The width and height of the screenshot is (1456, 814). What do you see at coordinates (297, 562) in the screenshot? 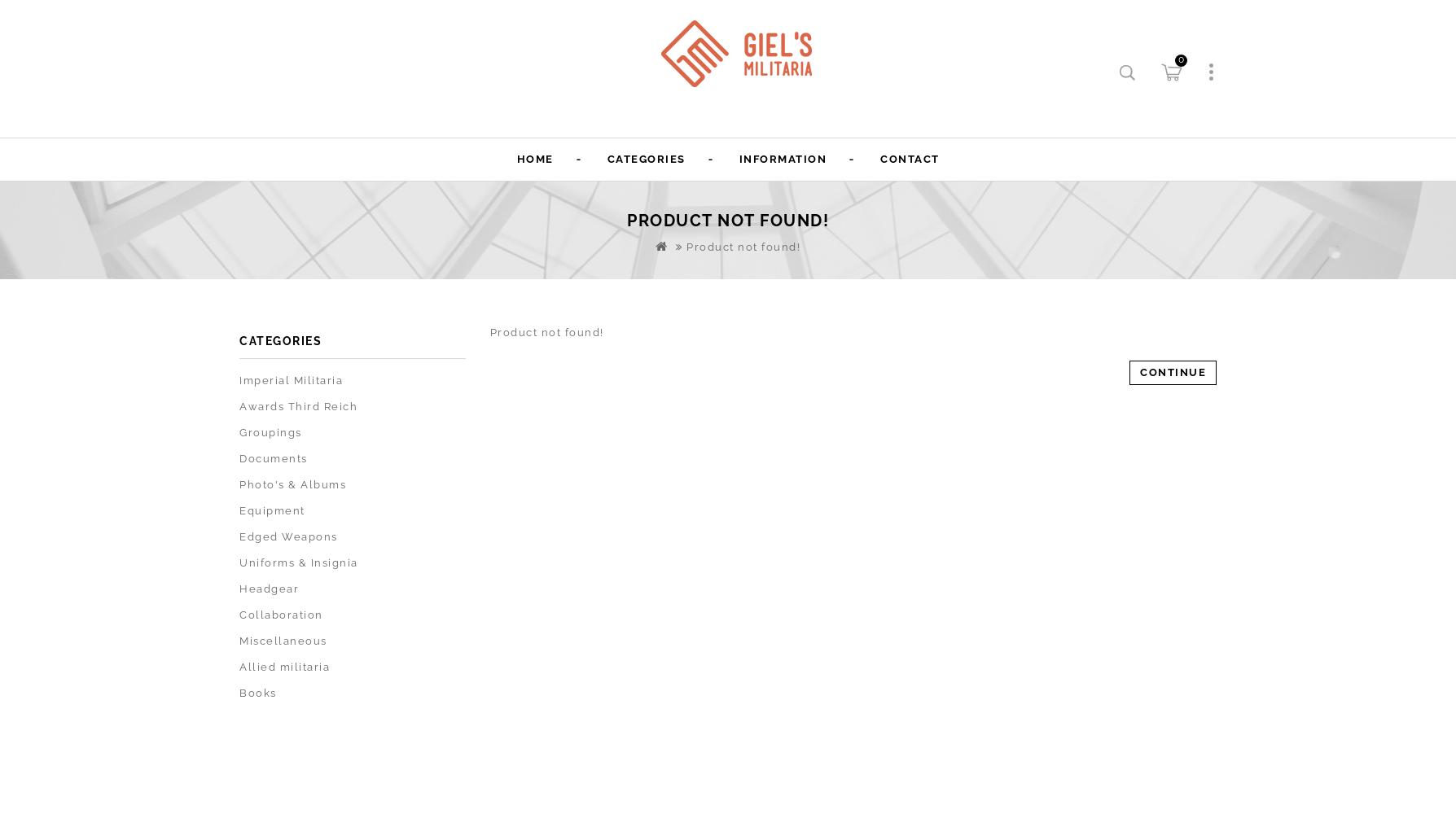
I see `'Uniforms & Insignia'` at bounding box center [297, 562].